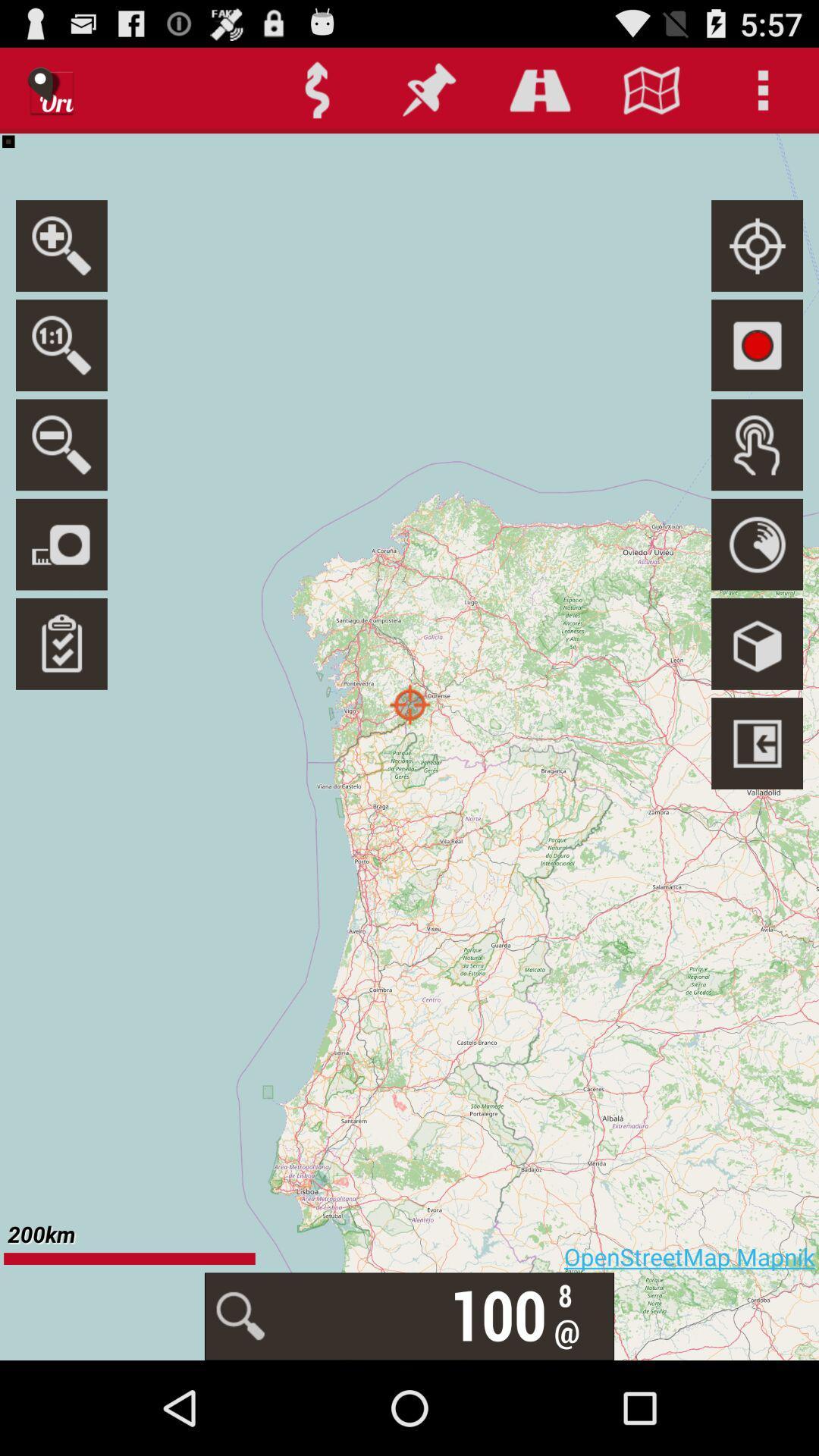 Image resolution: width=819 pixels, height=1456 pixels. Describe the element at coordinates (757, 369) in the screenshot. I see `the photo icon` at that location.